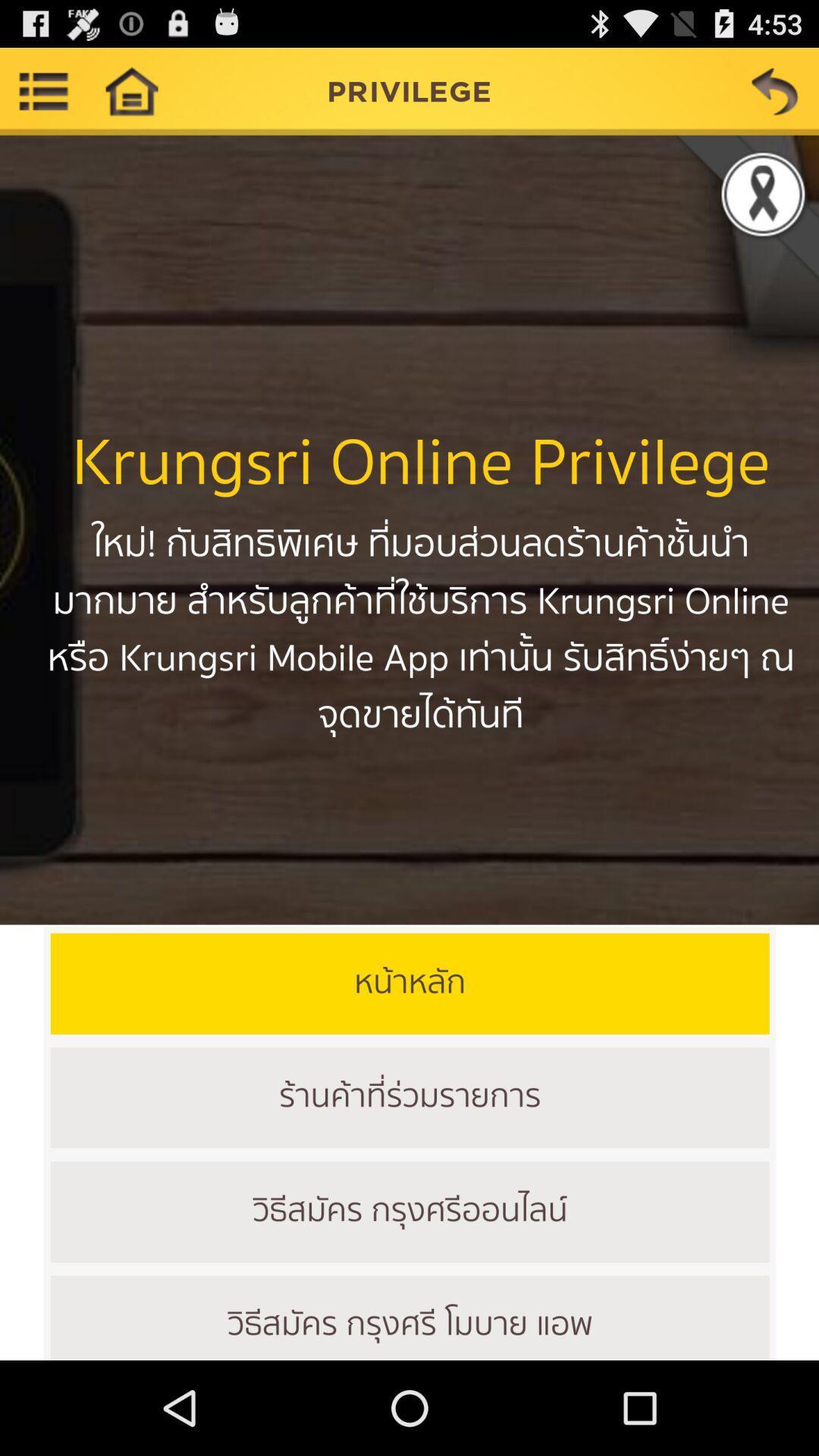 The height and width of the screenshot is (1456, 819). I want to click on home pega, so click(130, 90).